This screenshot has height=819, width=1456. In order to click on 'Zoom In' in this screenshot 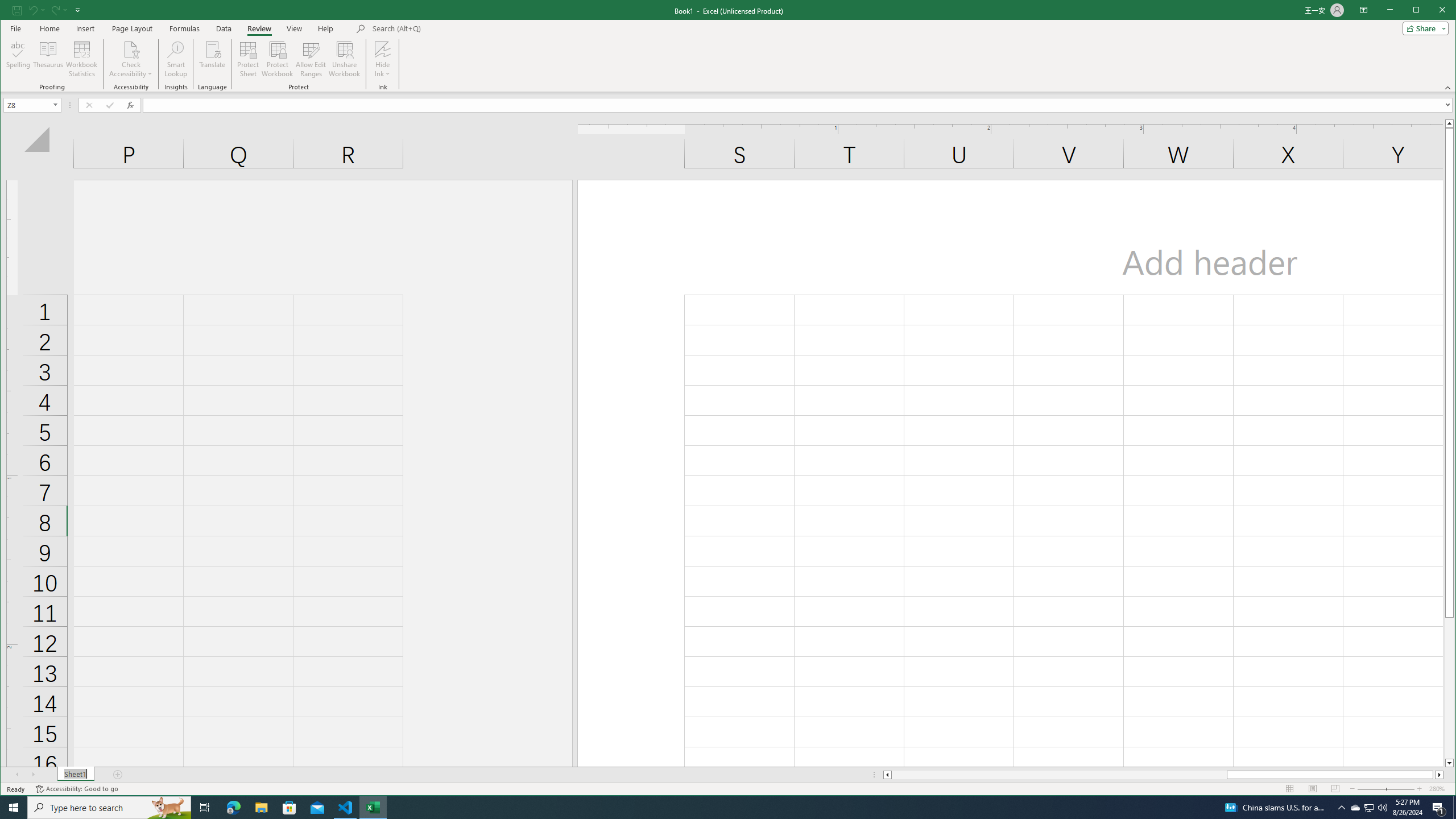, I will do `click(1419, 788)`.